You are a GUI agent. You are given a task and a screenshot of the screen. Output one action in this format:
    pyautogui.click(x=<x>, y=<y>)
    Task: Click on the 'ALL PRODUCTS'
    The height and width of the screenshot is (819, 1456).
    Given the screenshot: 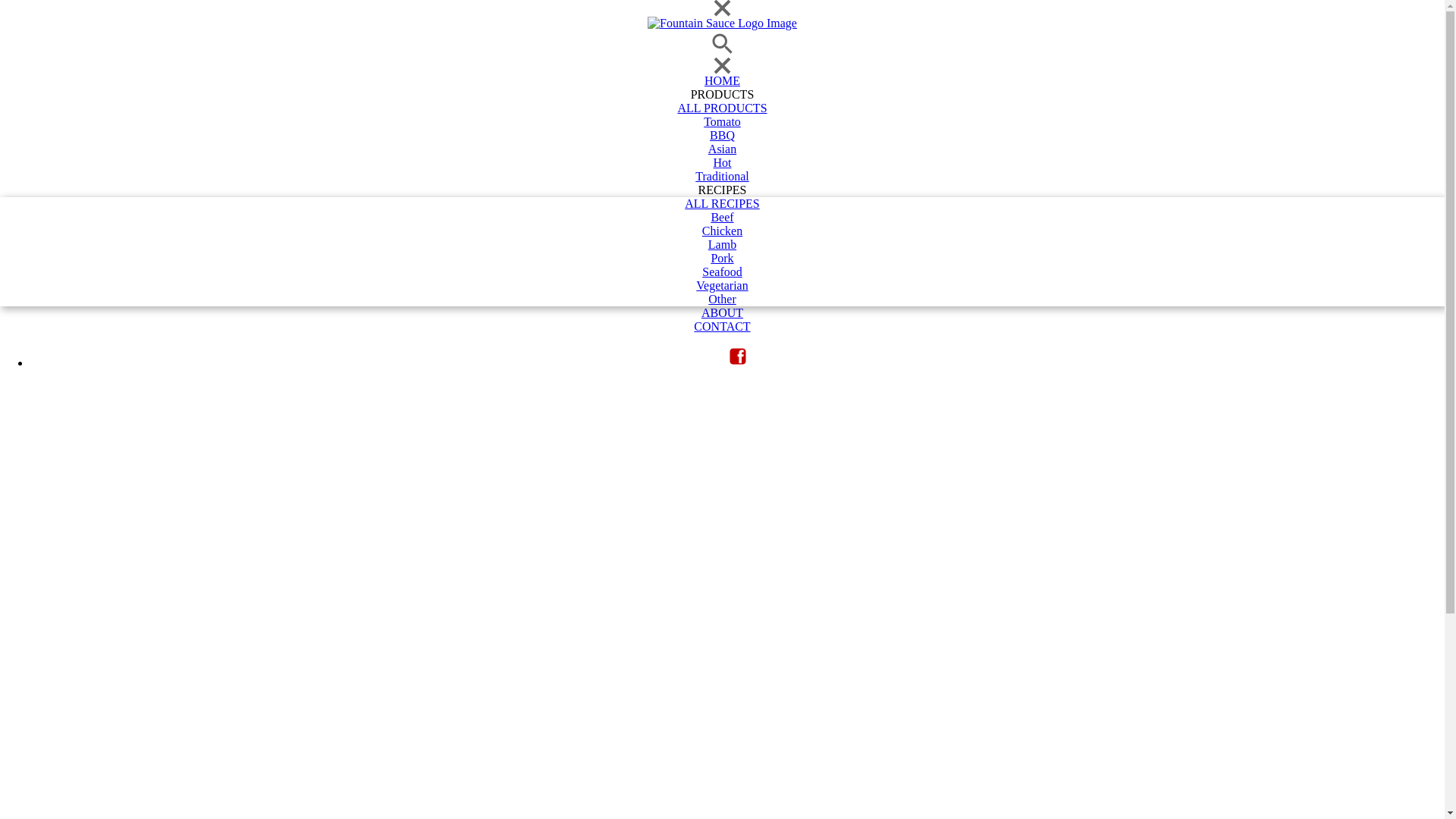 What is the action you would take?
    pyautogui.click(x=721, y=107)
    